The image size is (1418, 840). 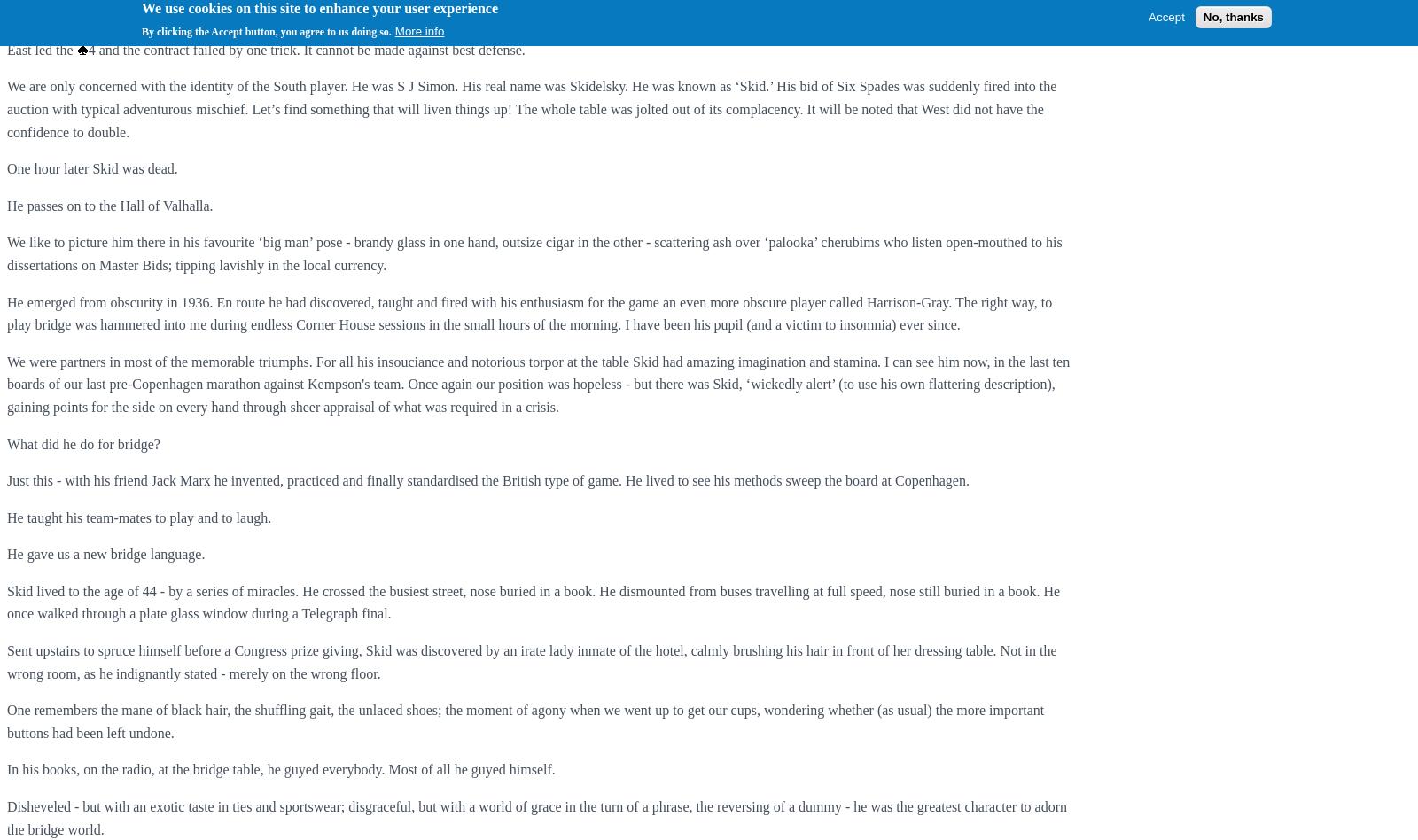 I want to click on 'Sent upstairs to spruce himself before a Congress prize giving, Skid was discovered by an irate lady inmate of the hotel, calmly brushing his hair in front of her dressing table.  Not in the wrong room, as he indignantly stated - merely on the wrong floor.', so click(x=6, y=662).